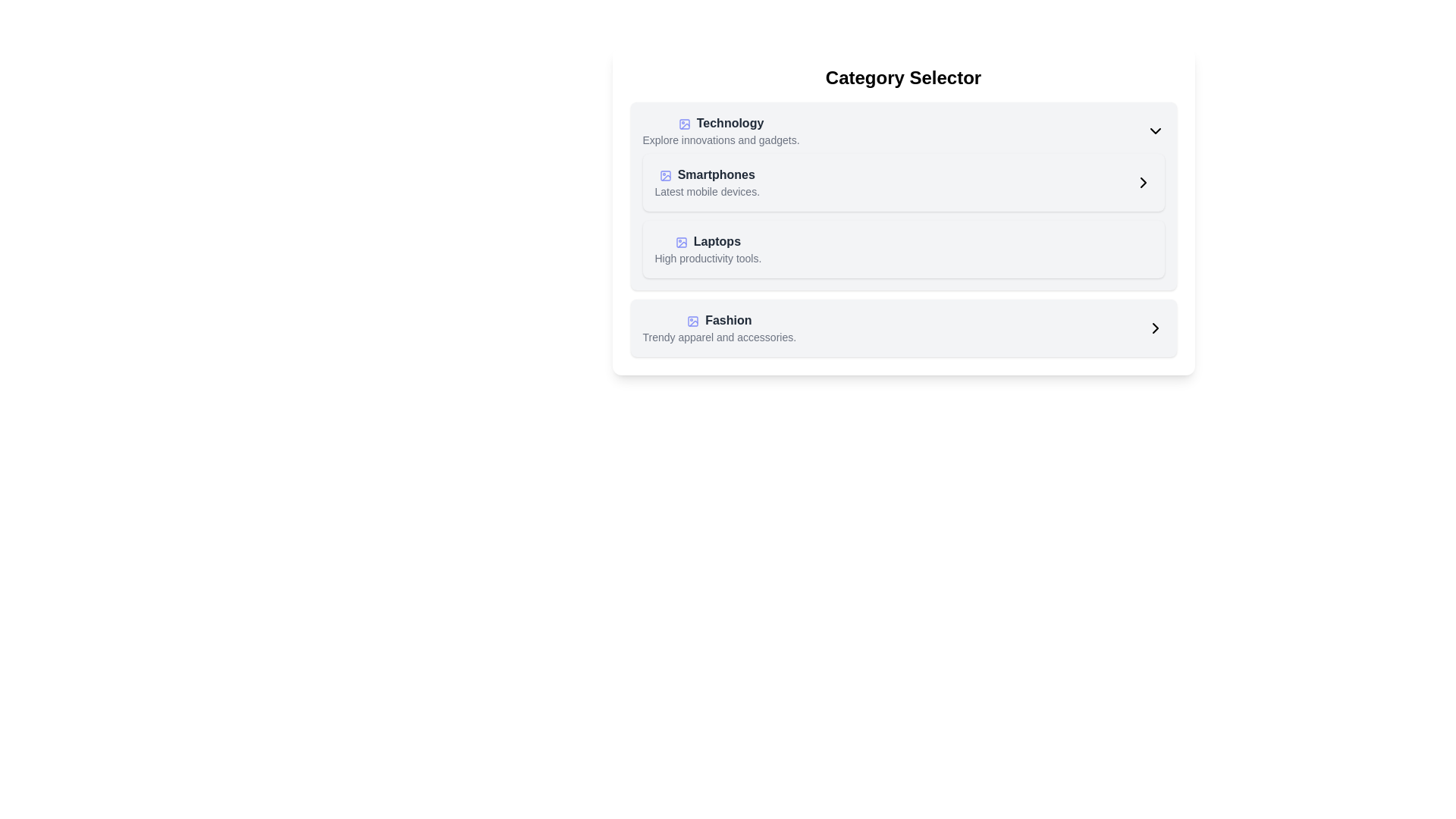 This screenshot has width=1456, height=819. I want to click on the right arrow icon at the top-right corner of the 'Smartphones' category block, so click(1143, 181).